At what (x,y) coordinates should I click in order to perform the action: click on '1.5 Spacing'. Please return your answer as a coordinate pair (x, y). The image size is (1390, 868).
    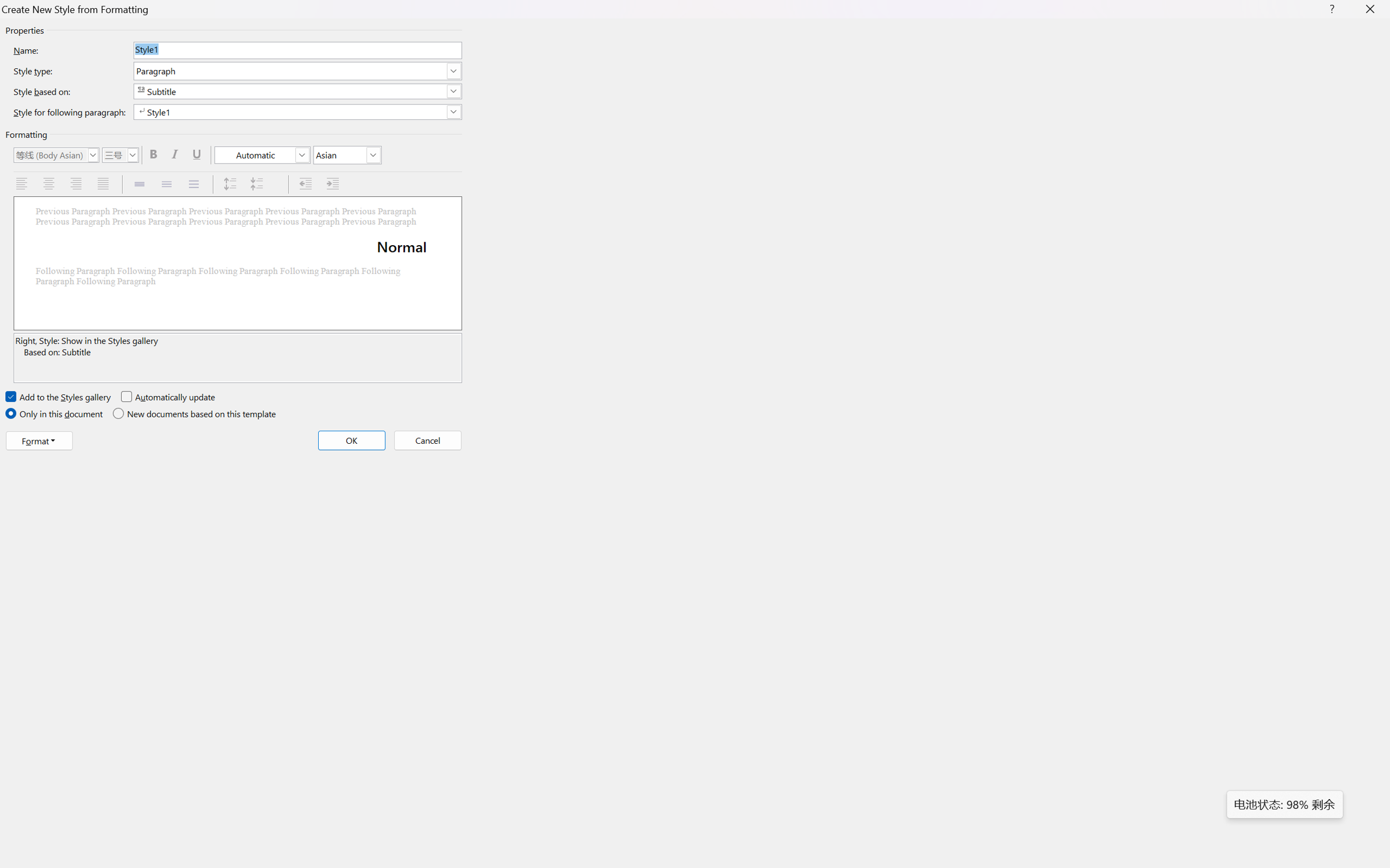
    Looking at the image, I should click on (167, 184).